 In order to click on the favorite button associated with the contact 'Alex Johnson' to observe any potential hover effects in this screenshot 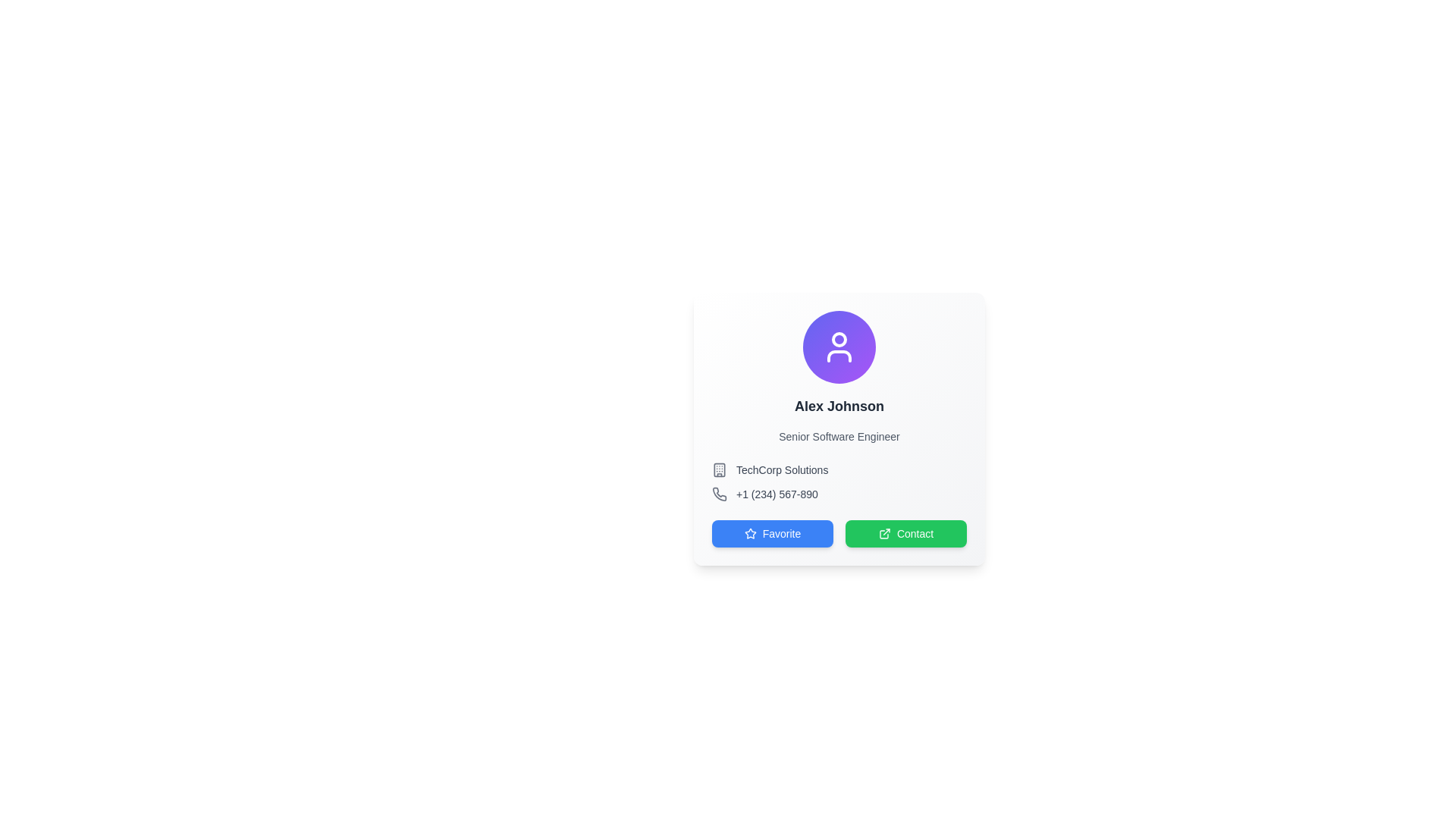, I will do `click(772, 533)`.